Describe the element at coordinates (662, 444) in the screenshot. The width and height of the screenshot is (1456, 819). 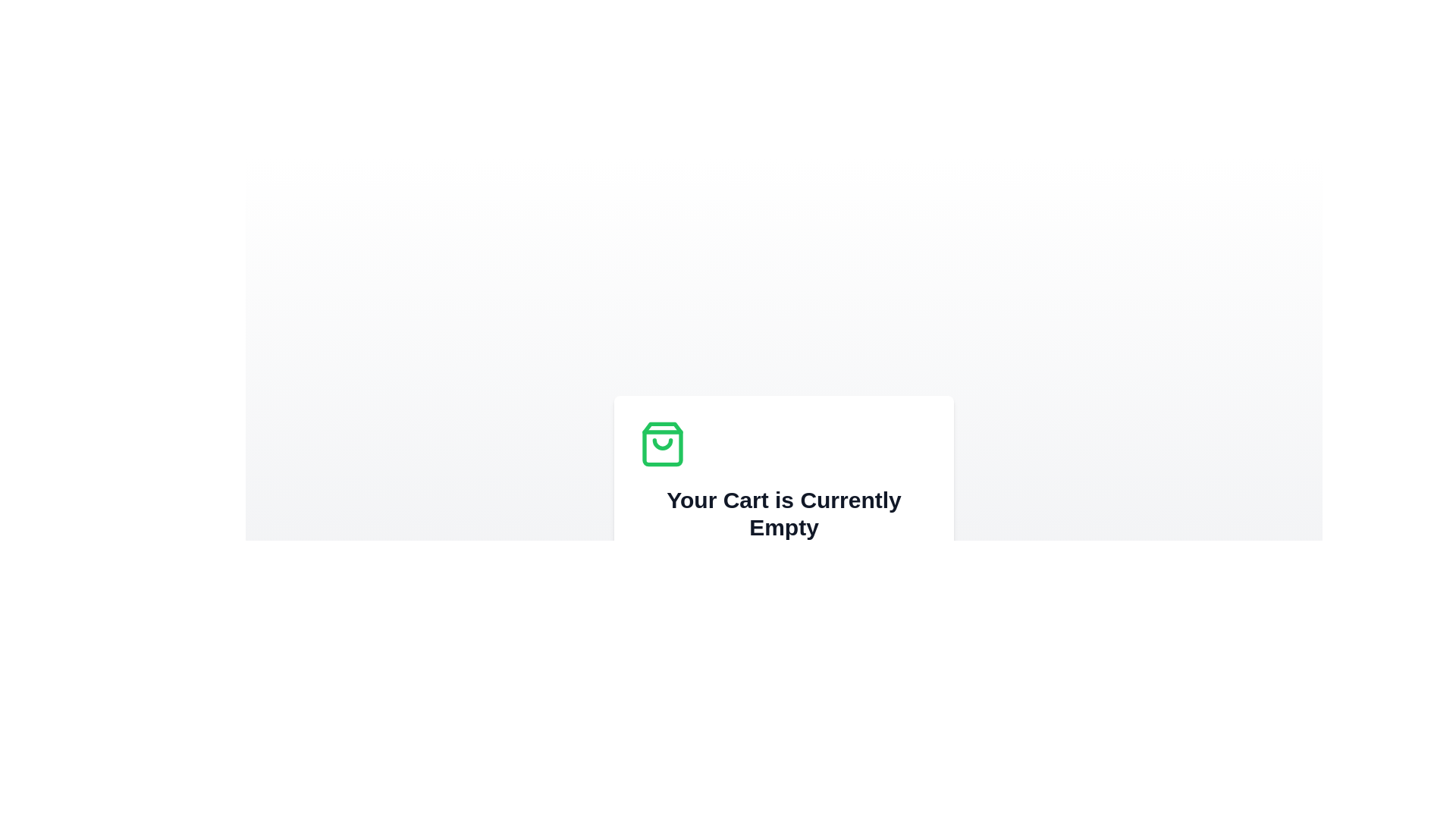
I see `the shopping cart icon that represents an empty cart, located above the message 'Your Cart is Currently Empty.'` at that location.